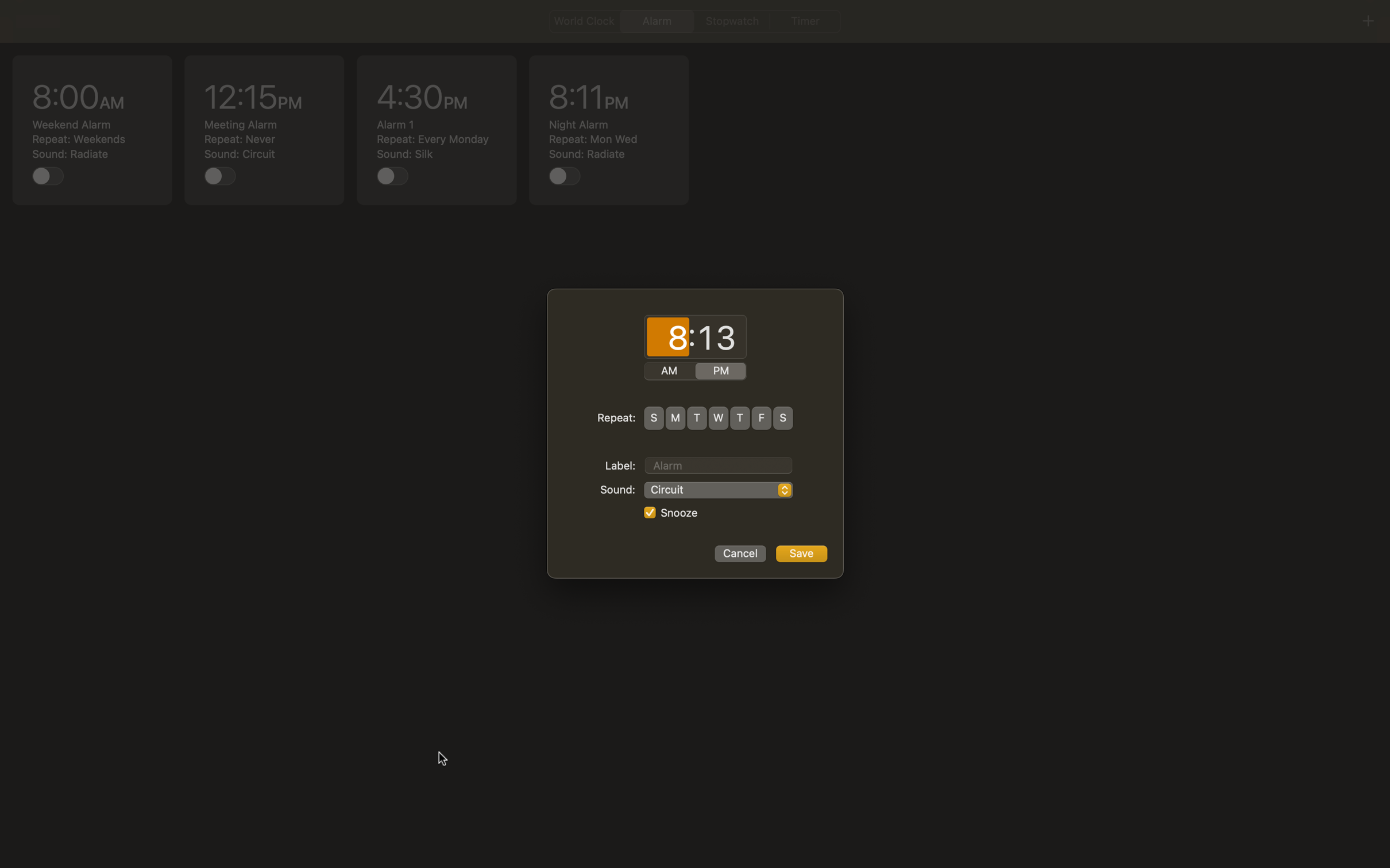  What do you see at coordinates (653, 417) in the screenshot?
I see `alarm to ring on both Sundays and Thursdays` at bounding box center [653, 417].